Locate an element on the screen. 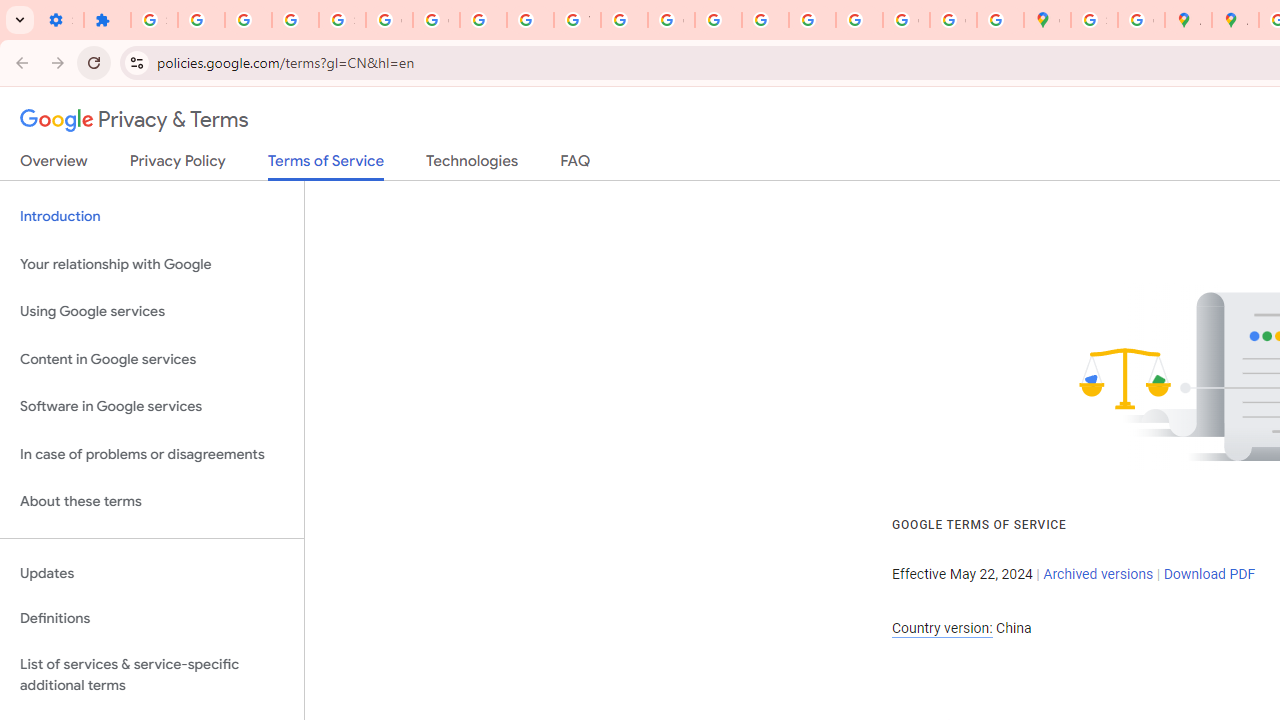  'Using Google services' is located at coordinates (151, 312).